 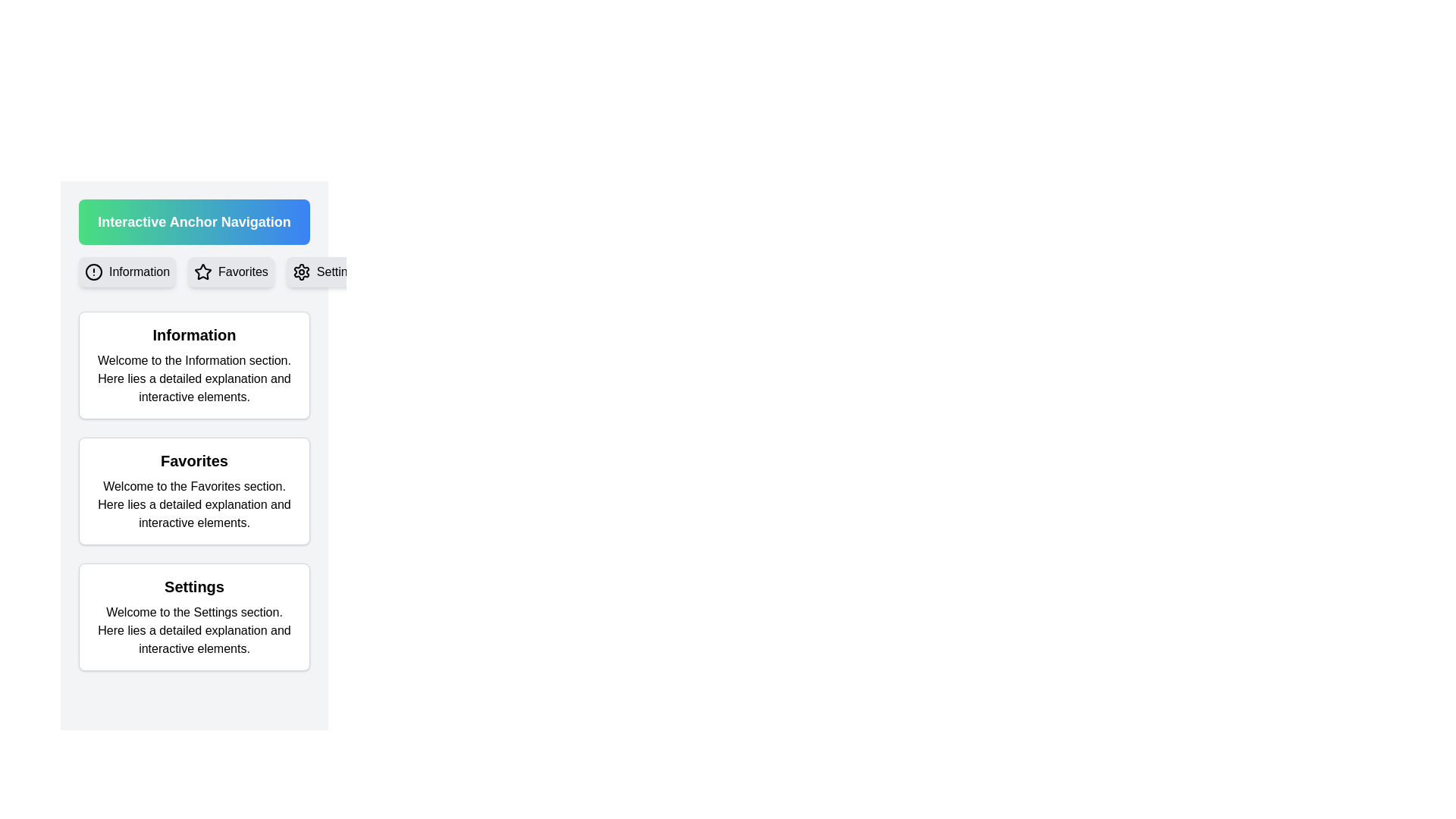 I want to click on the Text Display element that contains the text 'Welcome to the Favorites section. Here lies a detailed explanation and interactive elements.', so click(x=193, y=505).